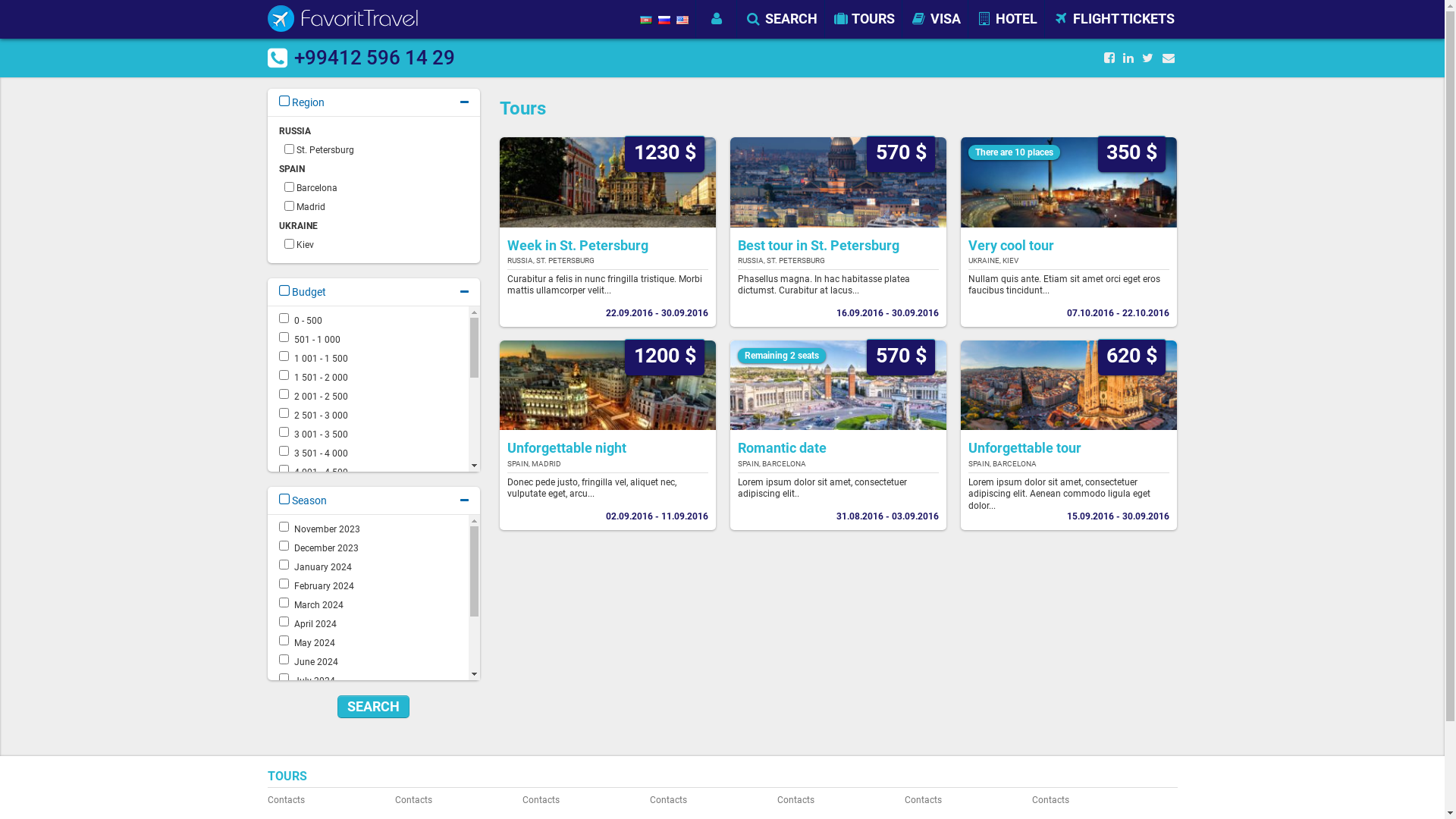 The image size is (1456, 819). Describe the element at coordinates (1006, 18) in the screenshot. I see `'HOTEL'` at that location.